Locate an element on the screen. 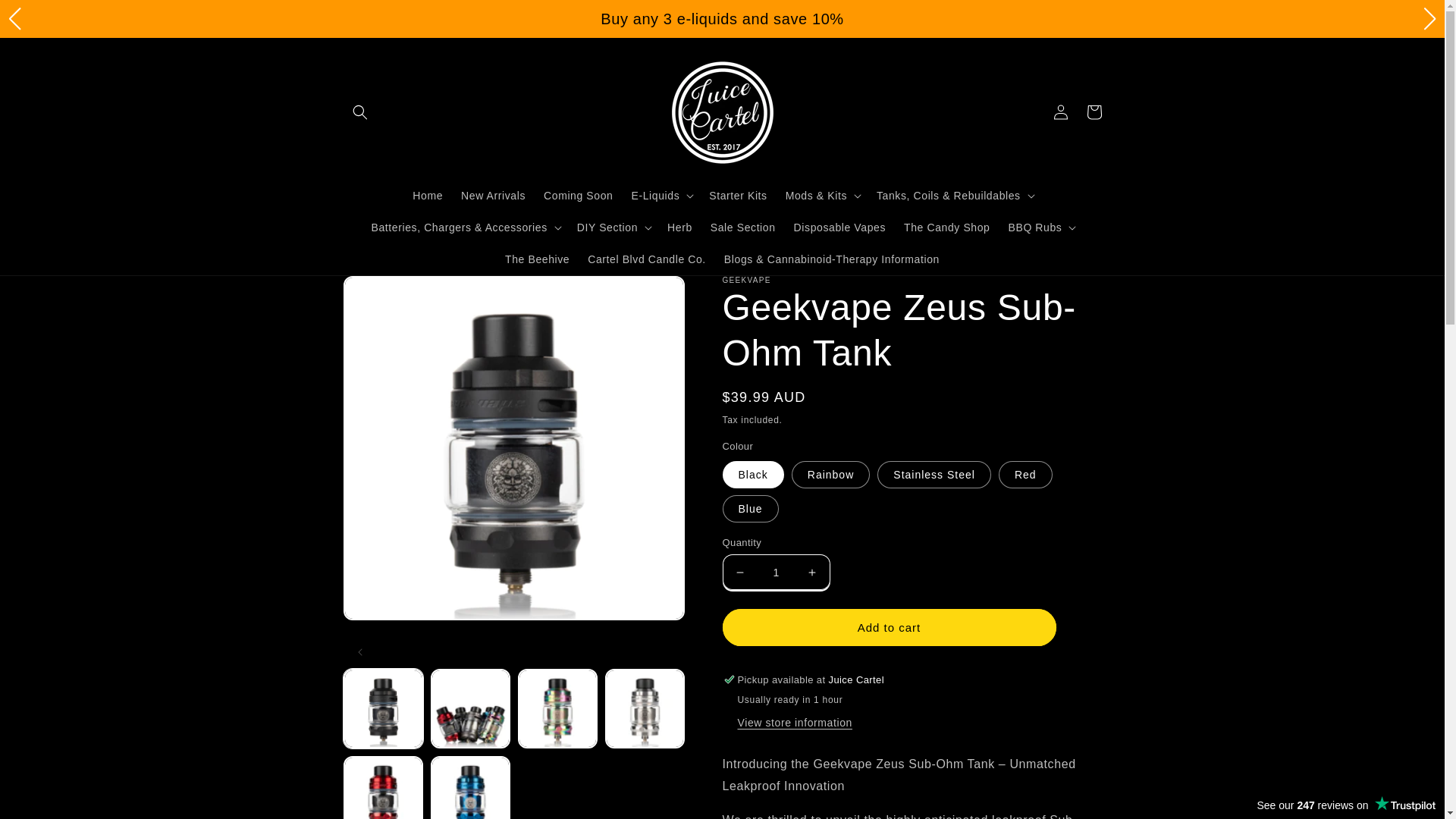 This screenshot has height=819, width=1456. 'Herb' is located at coordinates (679, 227).